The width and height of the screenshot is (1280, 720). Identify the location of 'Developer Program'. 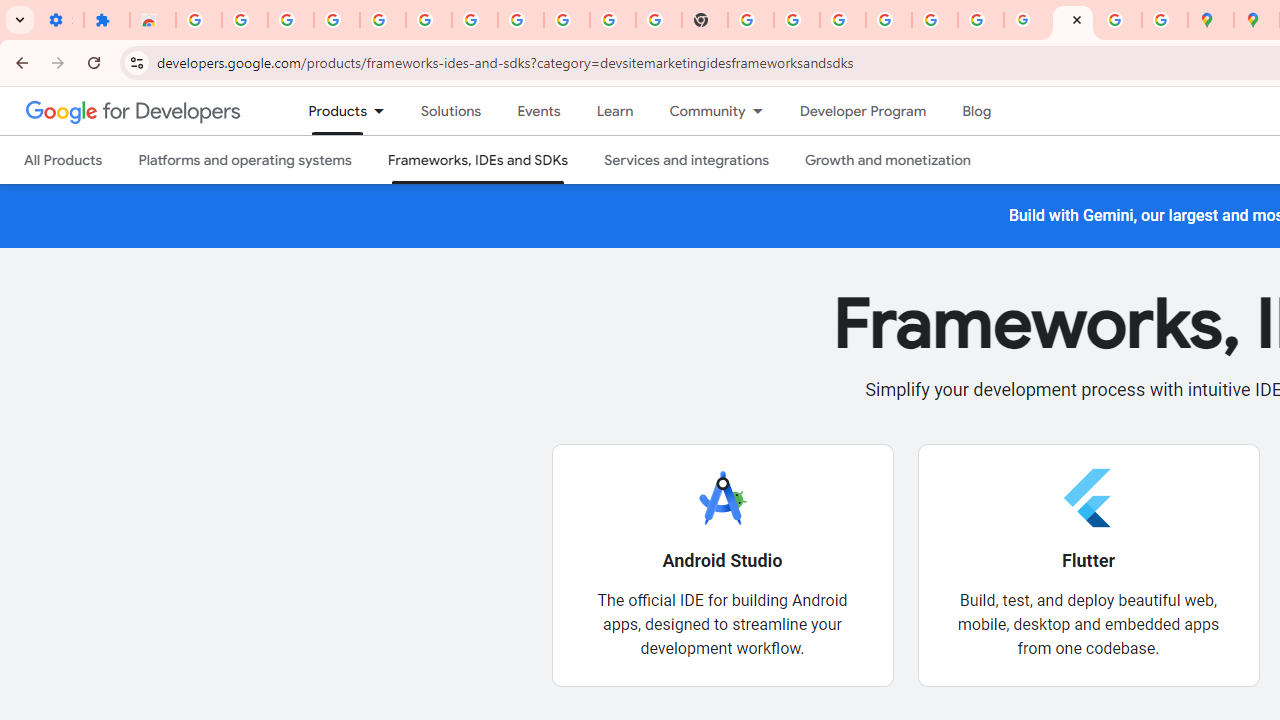
(862, 111).